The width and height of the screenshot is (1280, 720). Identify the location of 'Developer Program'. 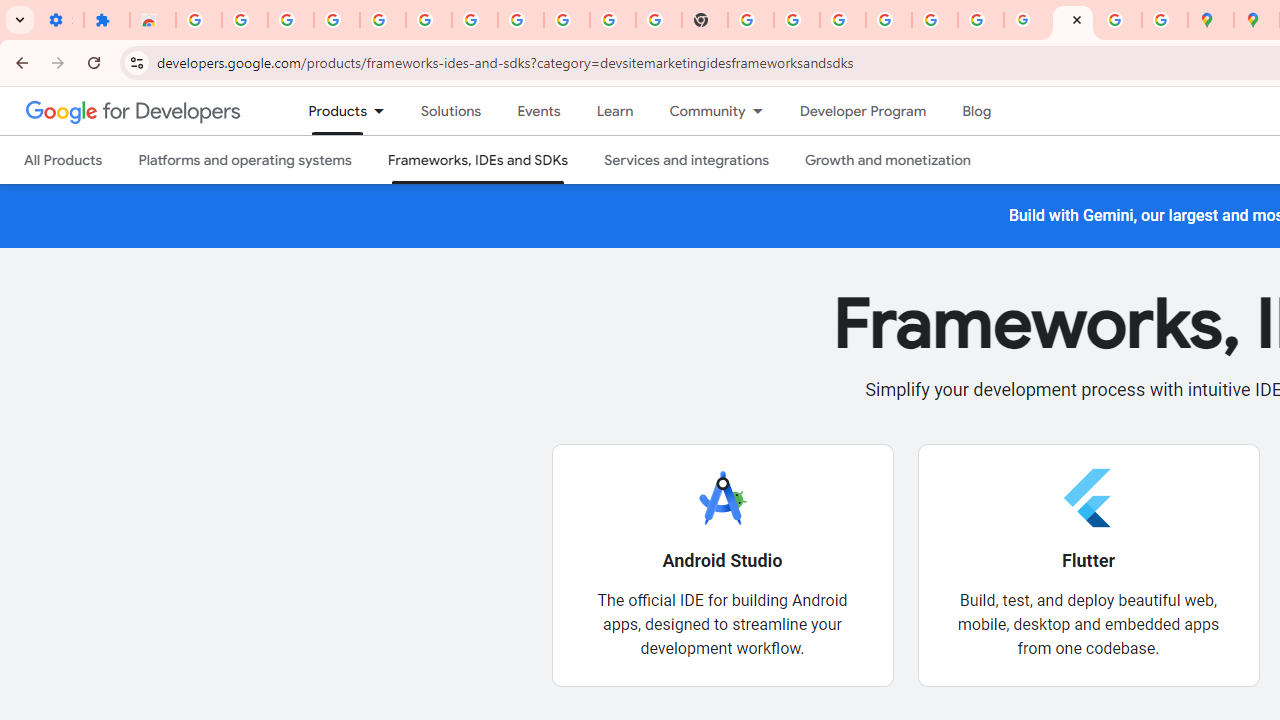
(862, 111).